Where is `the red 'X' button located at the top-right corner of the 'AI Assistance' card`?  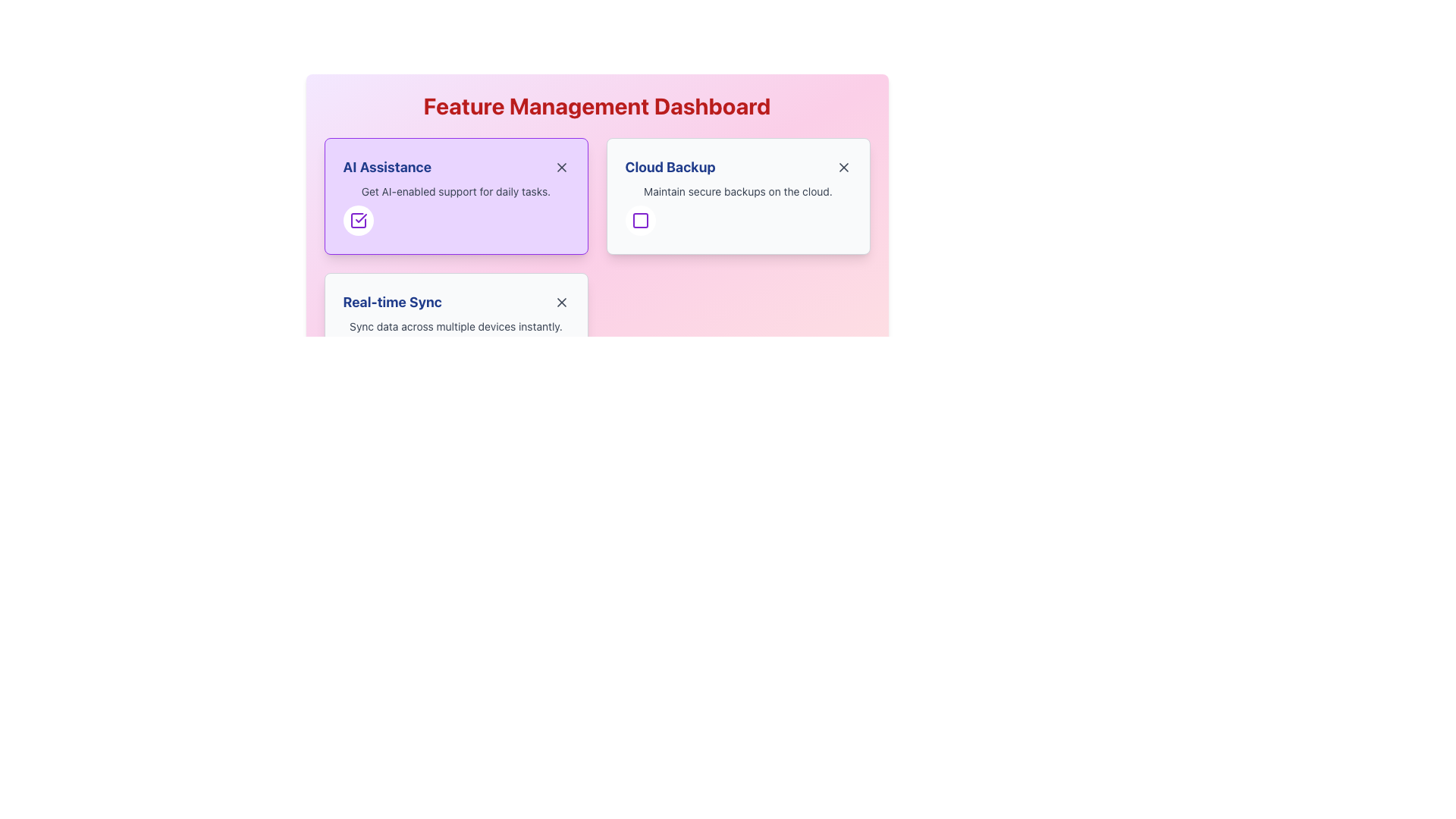
the red 'X' button located at the top-right corner of the 'AI Assistance' card is located at coordinates (560, 167).